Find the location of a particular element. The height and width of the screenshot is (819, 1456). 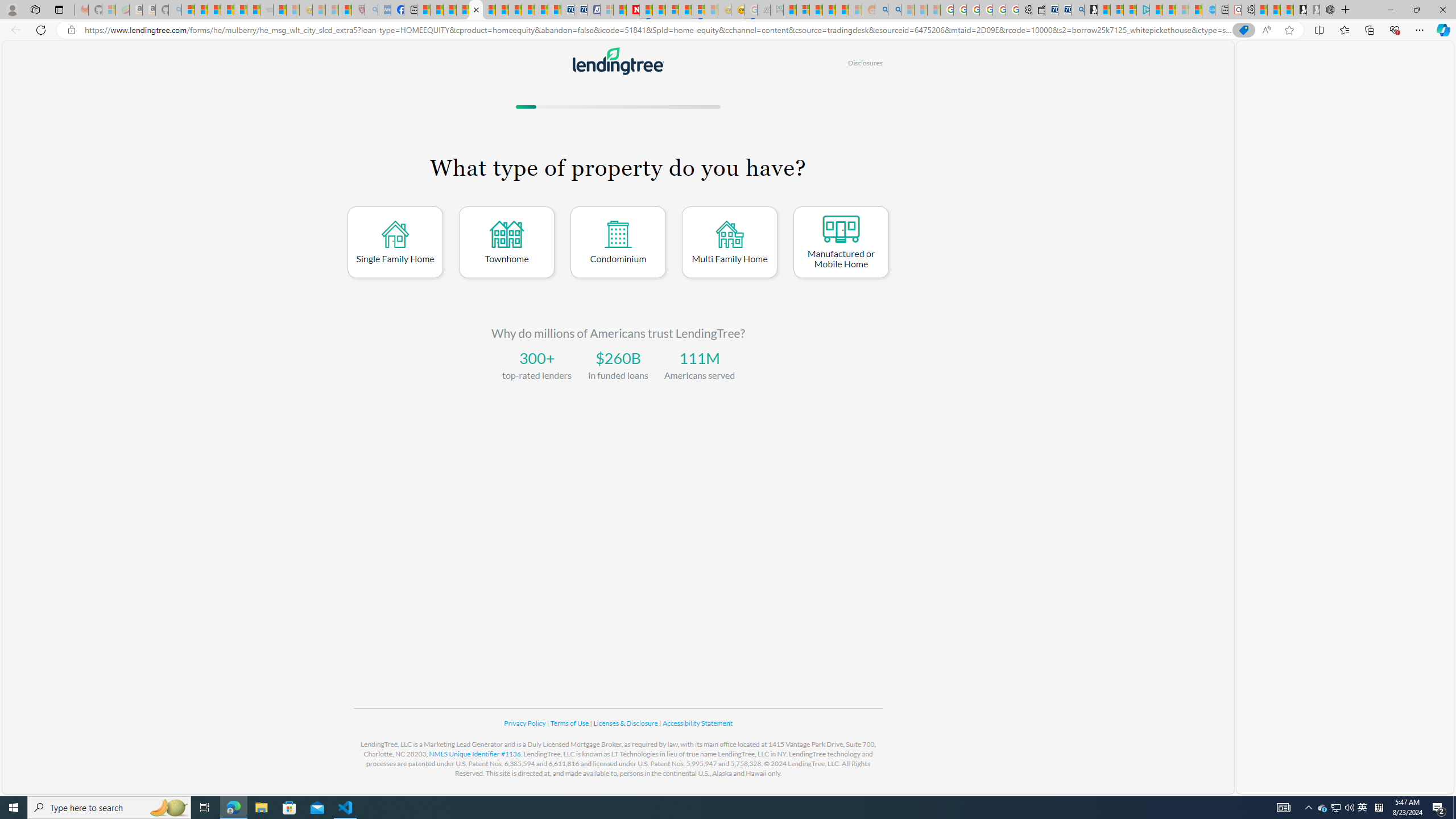

'Wallet' is located at coordinates (1038, 9).